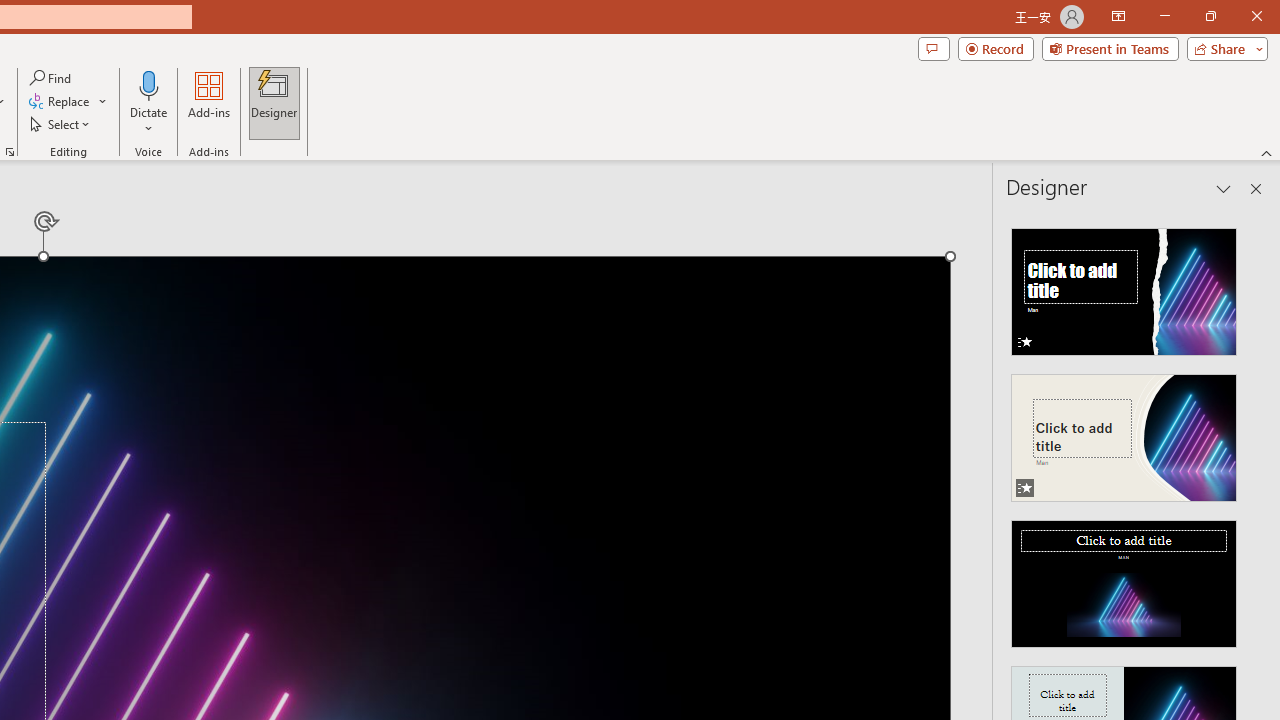  What do you see at coordinates (1209, 16) in the screenshot?
I see `'Restore Down'` at bounding box center [1209, 16].